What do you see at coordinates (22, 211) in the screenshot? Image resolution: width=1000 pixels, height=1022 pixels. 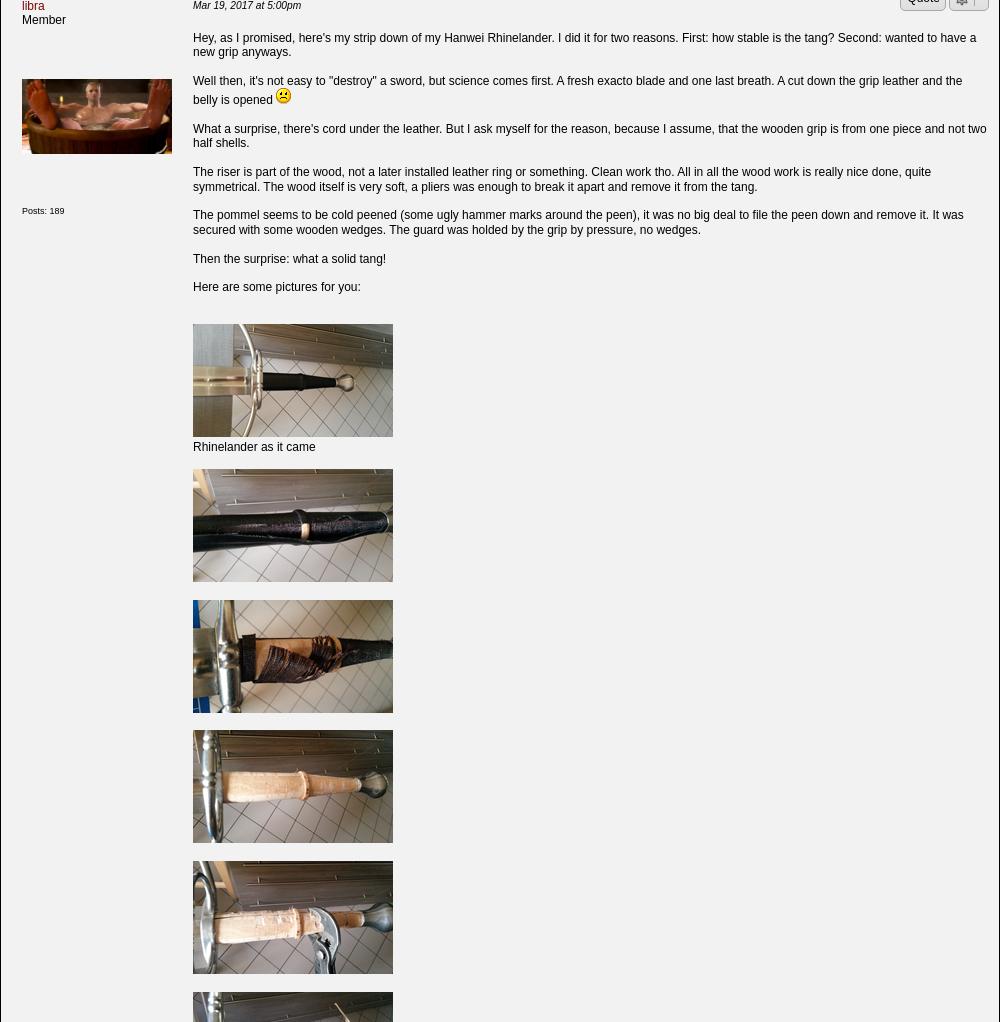 I see `'Posts: 189'` at bounding box center [22, 211].